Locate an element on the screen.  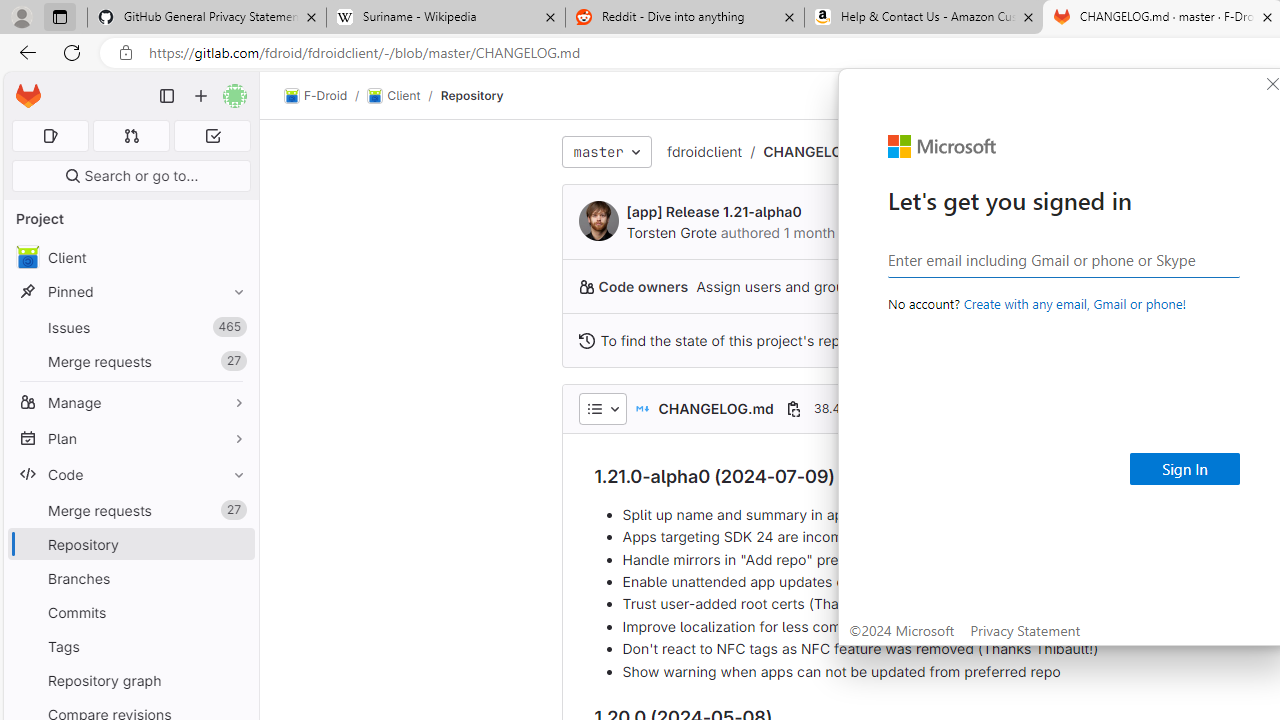
'Pin Tags' is located at coordinates (234, 646).